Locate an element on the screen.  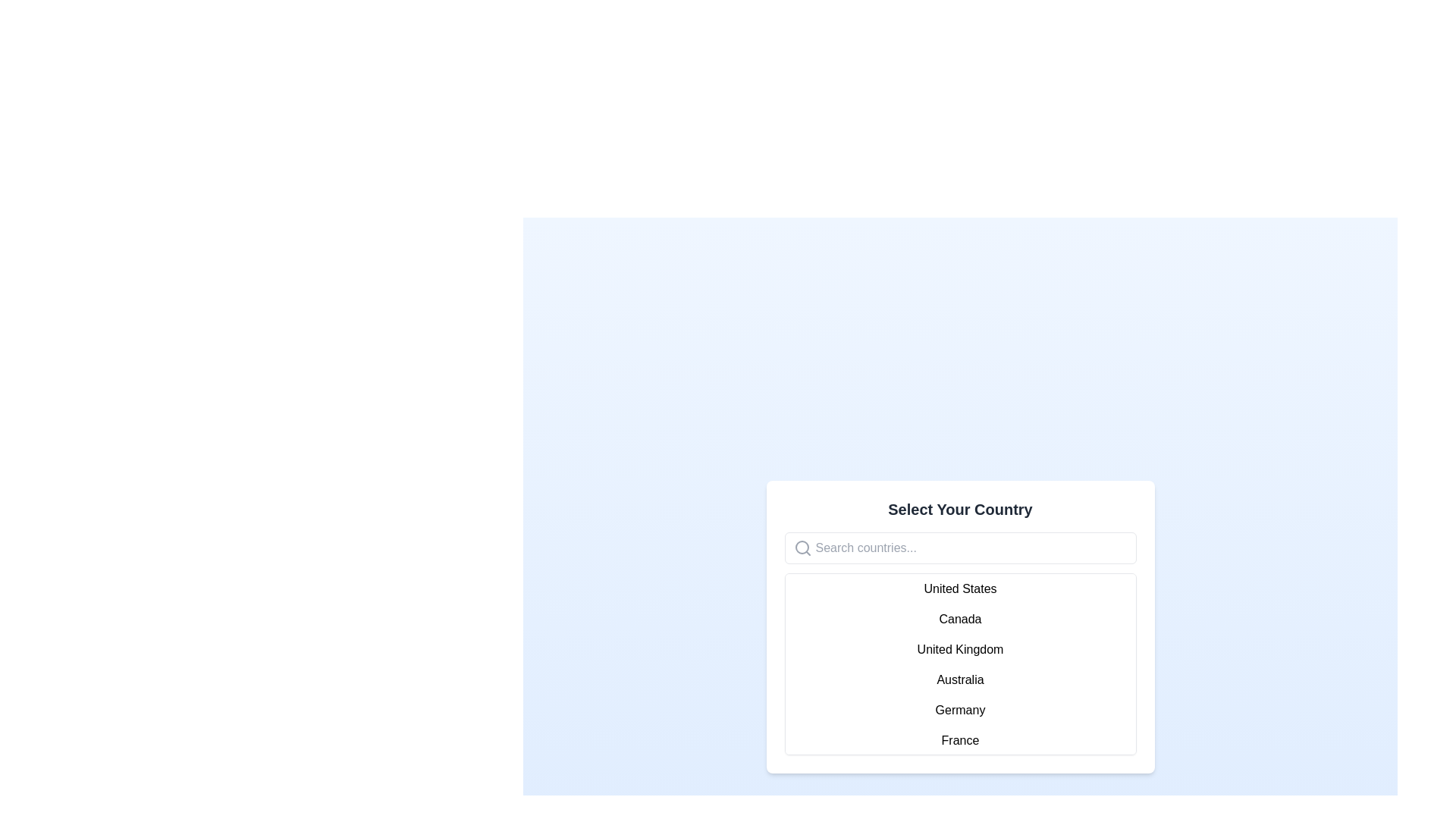
the fifth option in the dropdown list for selecting 'Germany' is located at coordinates (959, 711).